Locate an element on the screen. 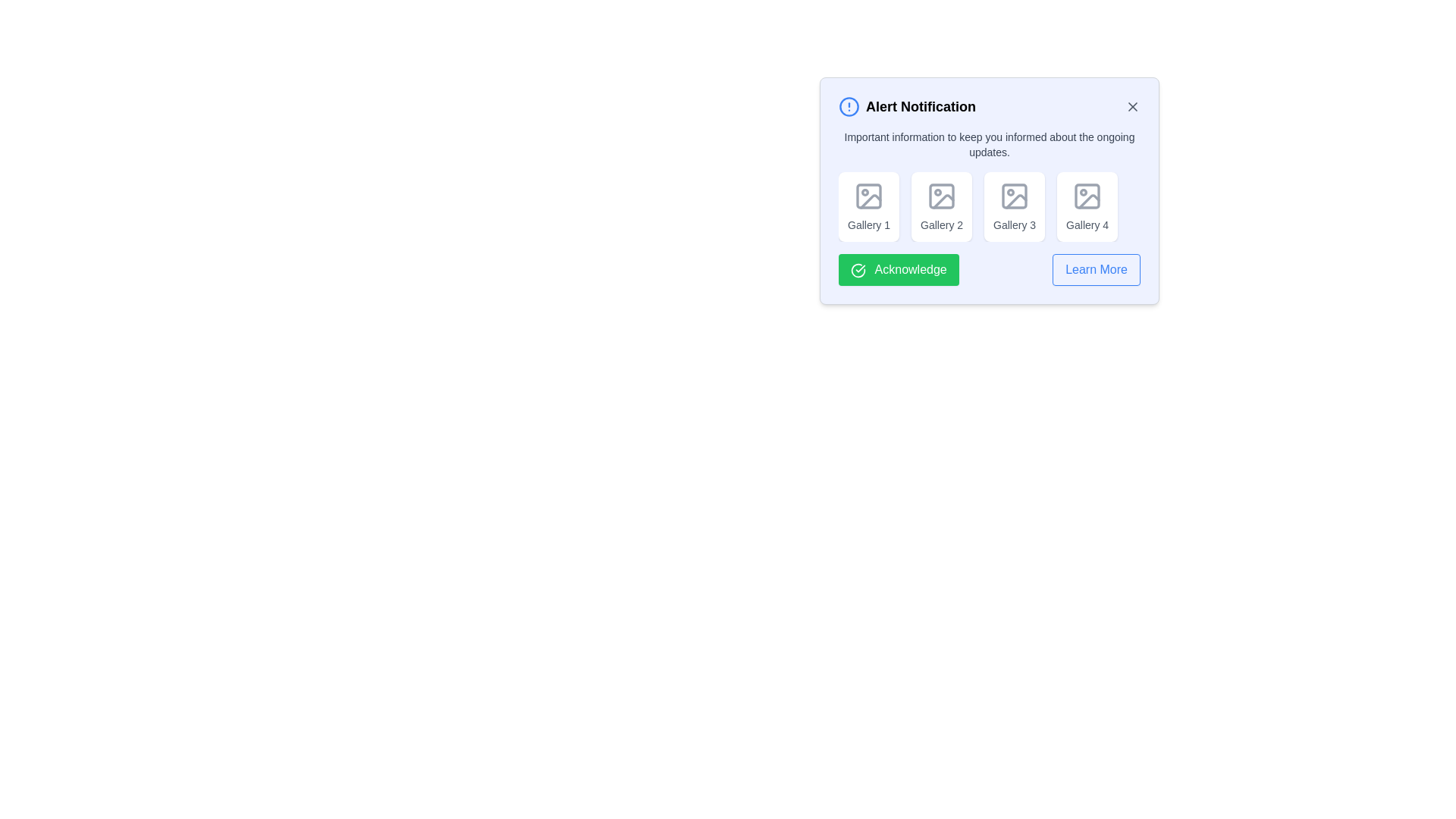 The height and width of the screenshot is (819, 1456). the 'Learn More' button to view additional details is located at coordinates (1096, 268).